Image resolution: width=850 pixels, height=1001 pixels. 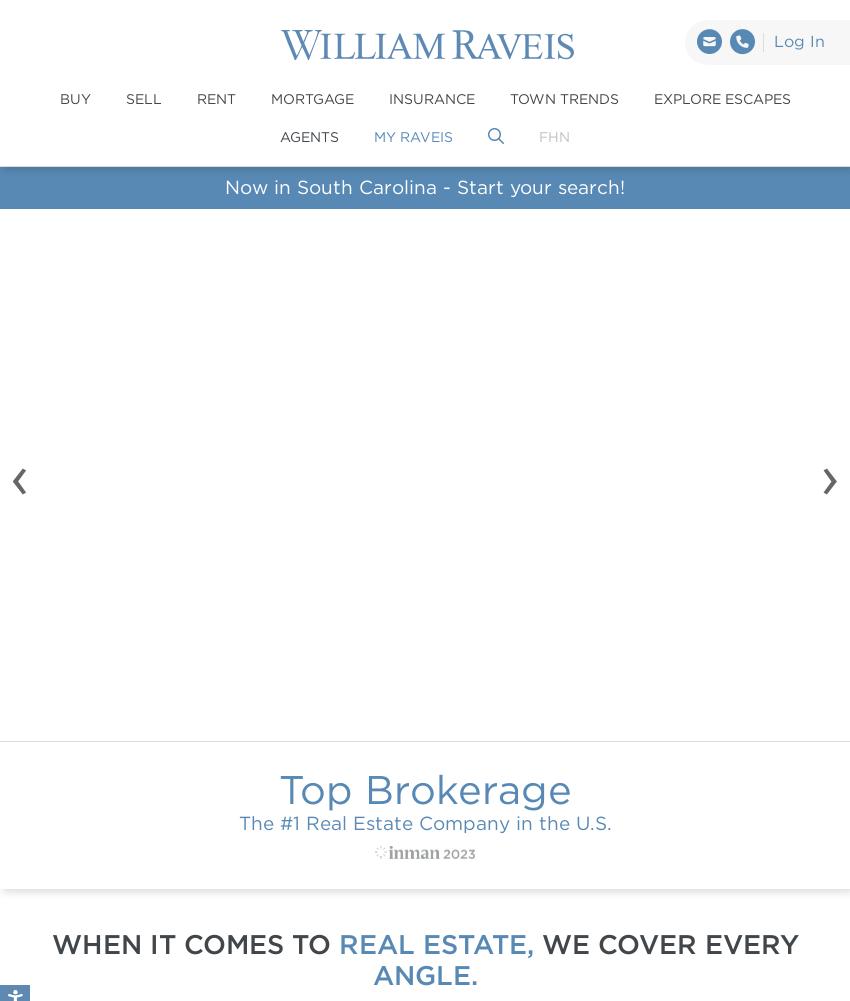 I want to click on 'we cover every', so click(x=665, y=942).